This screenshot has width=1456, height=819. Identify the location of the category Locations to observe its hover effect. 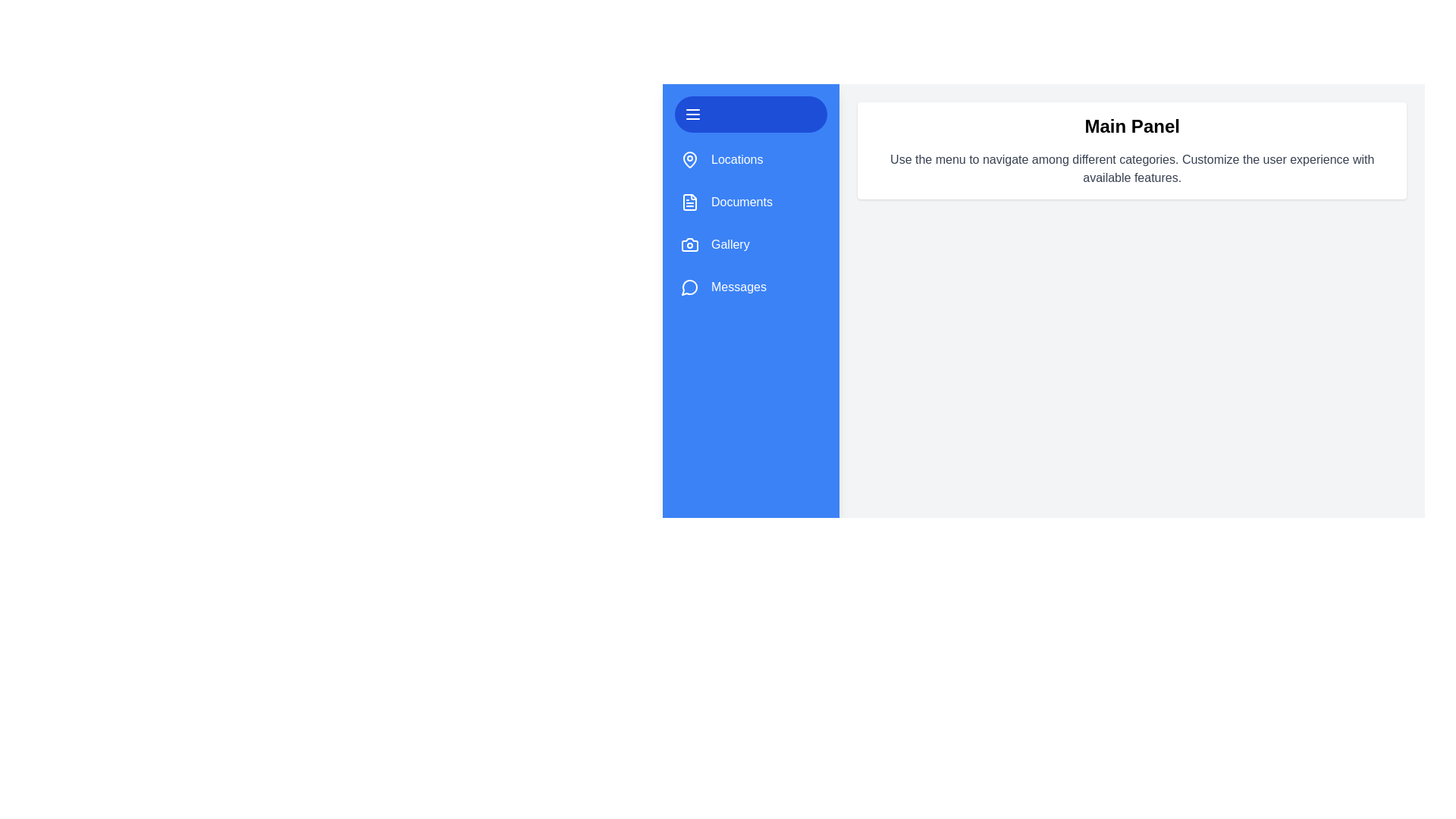
(750, 160).